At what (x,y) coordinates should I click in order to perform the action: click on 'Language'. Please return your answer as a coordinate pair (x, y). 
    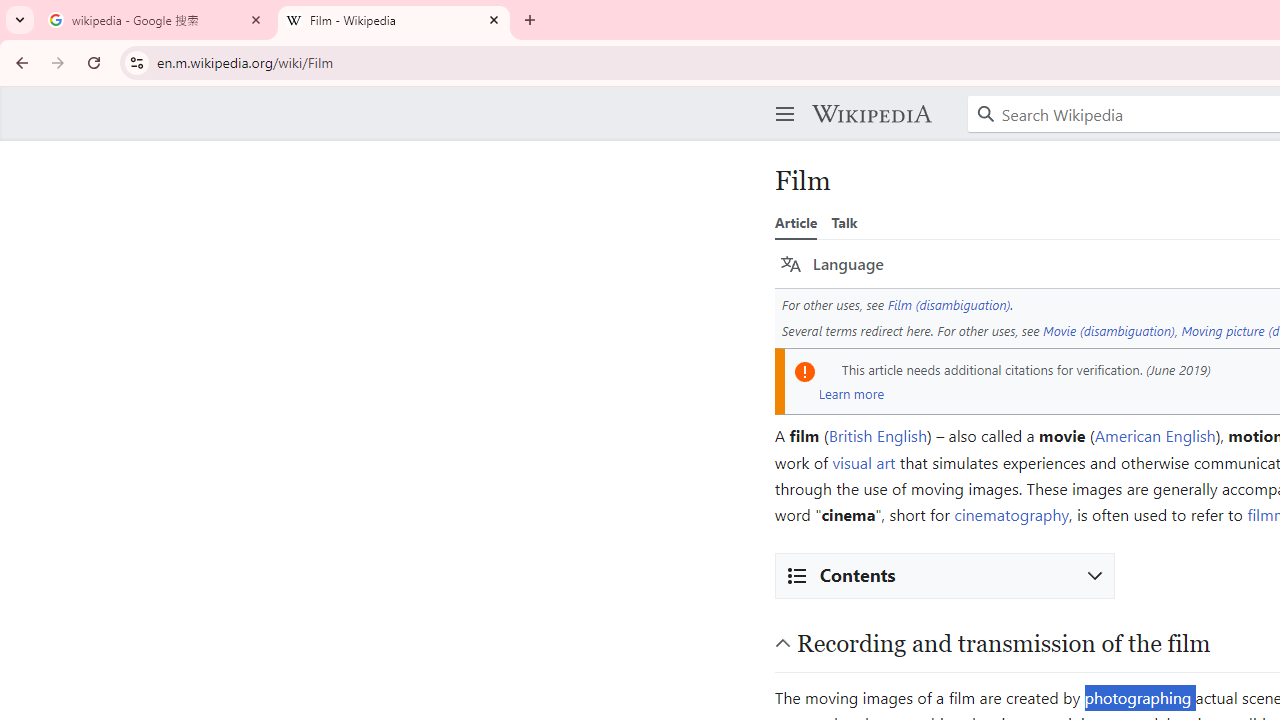
    Looking at the image, I should click on (832, 263).